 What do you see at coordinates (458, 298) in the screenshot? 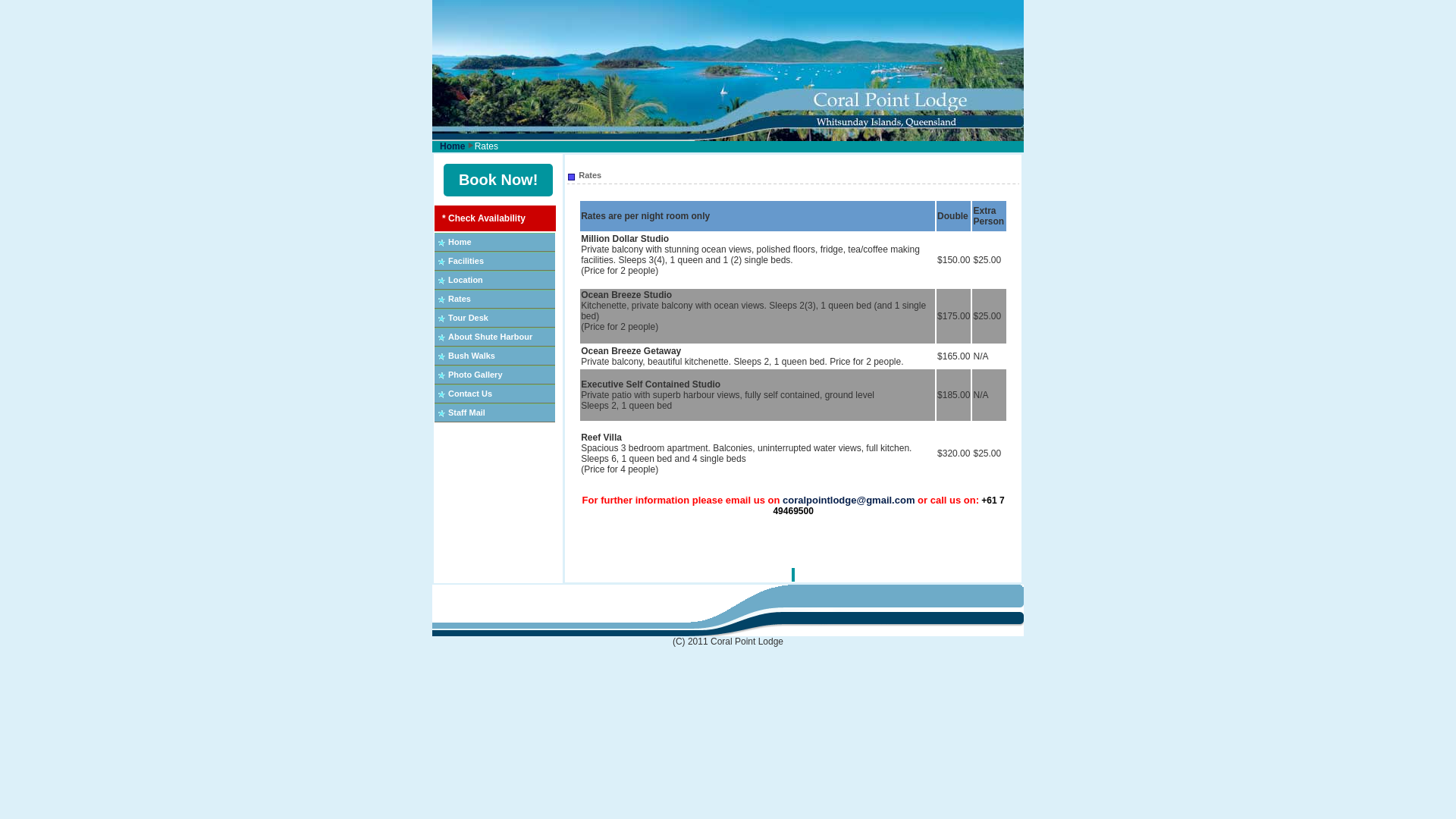
I see `'Rates'` at bounding box center [458, 298].